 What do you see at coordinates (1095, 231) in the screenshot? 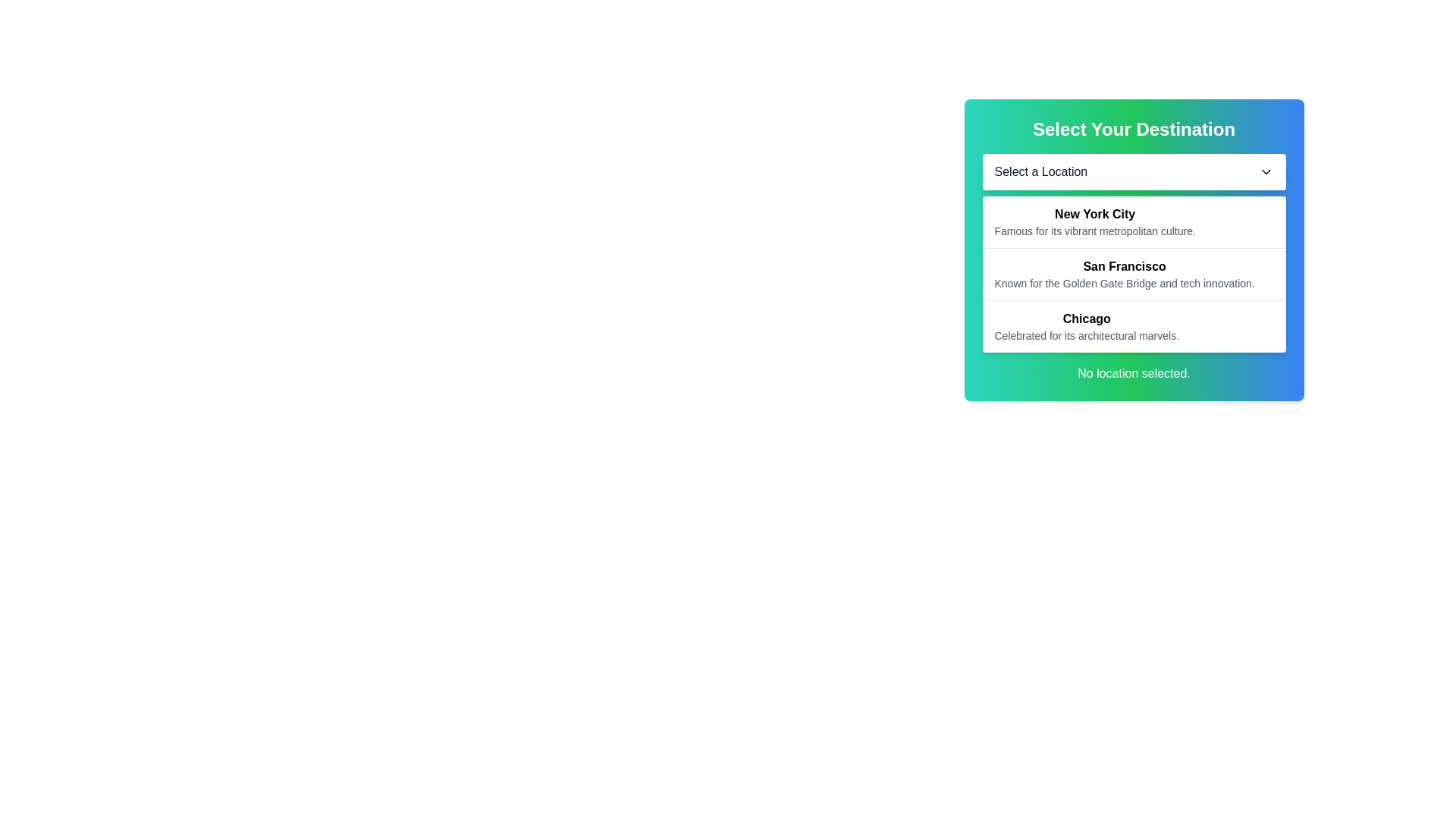
I see `text element that displays 'Famous for its vibrant metropolitan culture.' located beneath the bold title 'New York City' within the first option of the selection menu titled 'Select Your Destination'` at bounding box center [1095, 231].